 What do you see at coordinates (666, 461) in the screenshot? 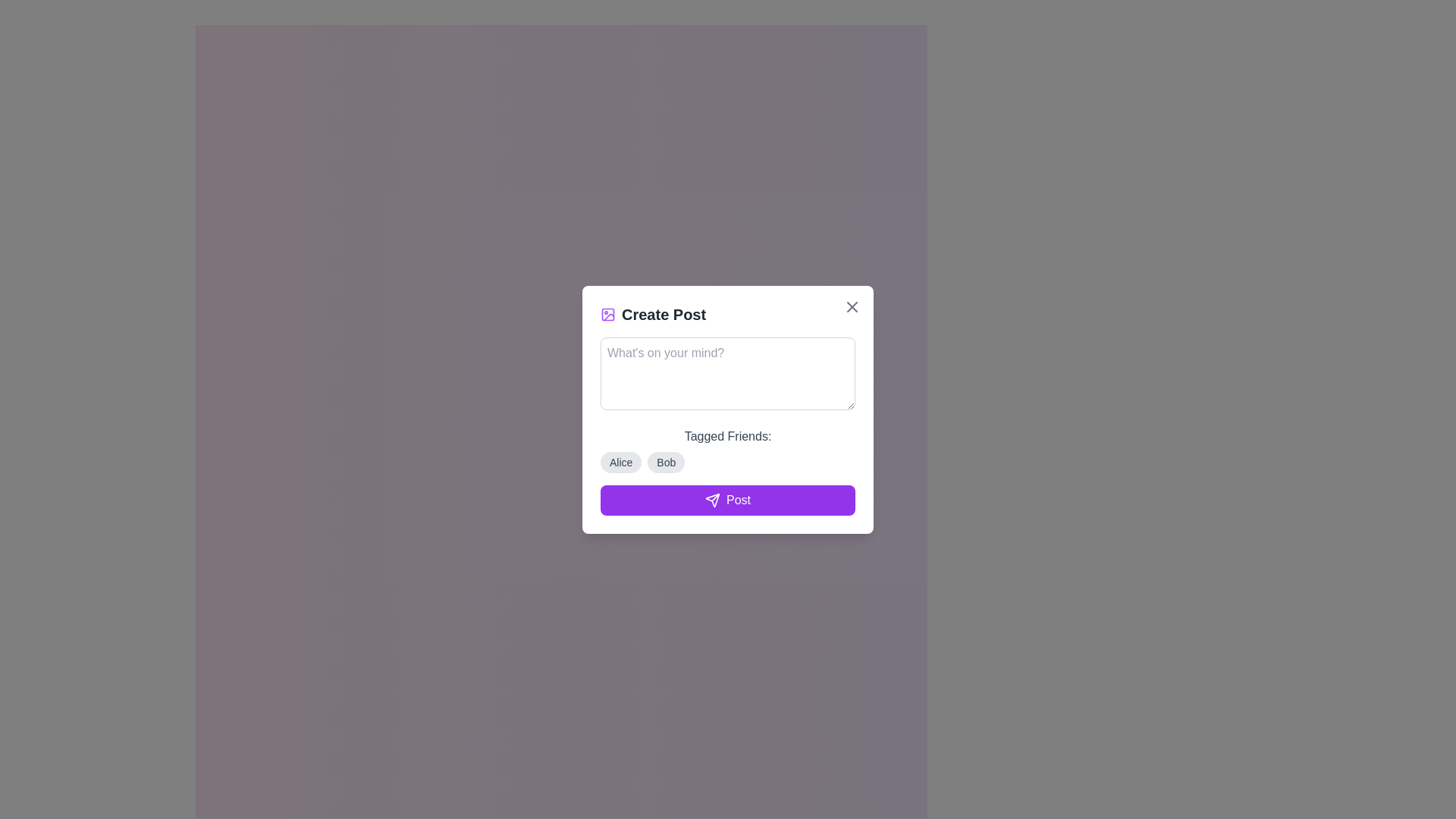
I see `the second interactive tag in the horizontal series of buttons, which represents a selected friend or associated entity` at bounding box center [666, 461].